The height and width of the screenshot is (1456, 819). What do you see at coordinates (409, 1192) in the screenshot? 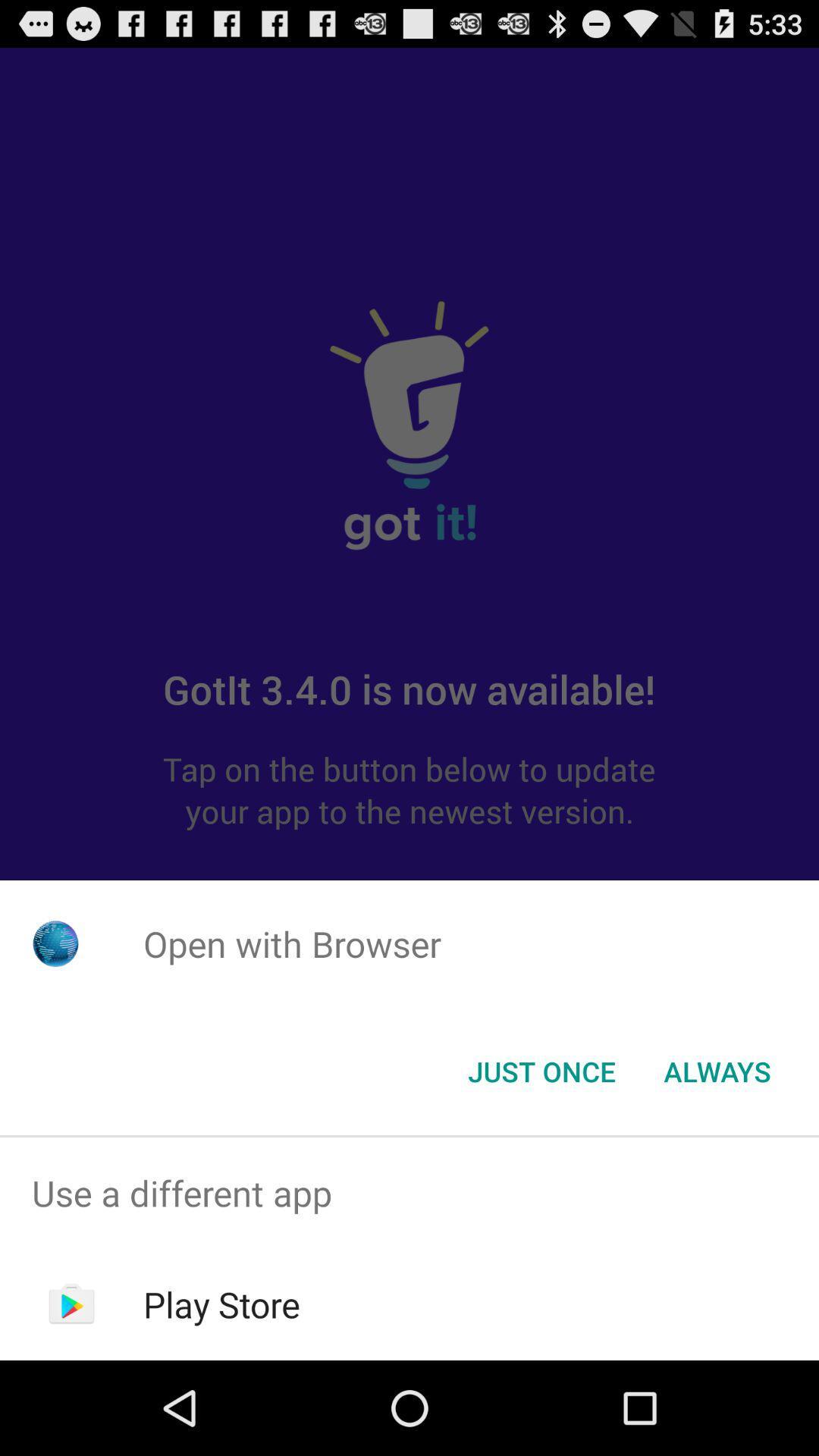
I see `the icon above the play store icon` at bounding box center [409, 1192].